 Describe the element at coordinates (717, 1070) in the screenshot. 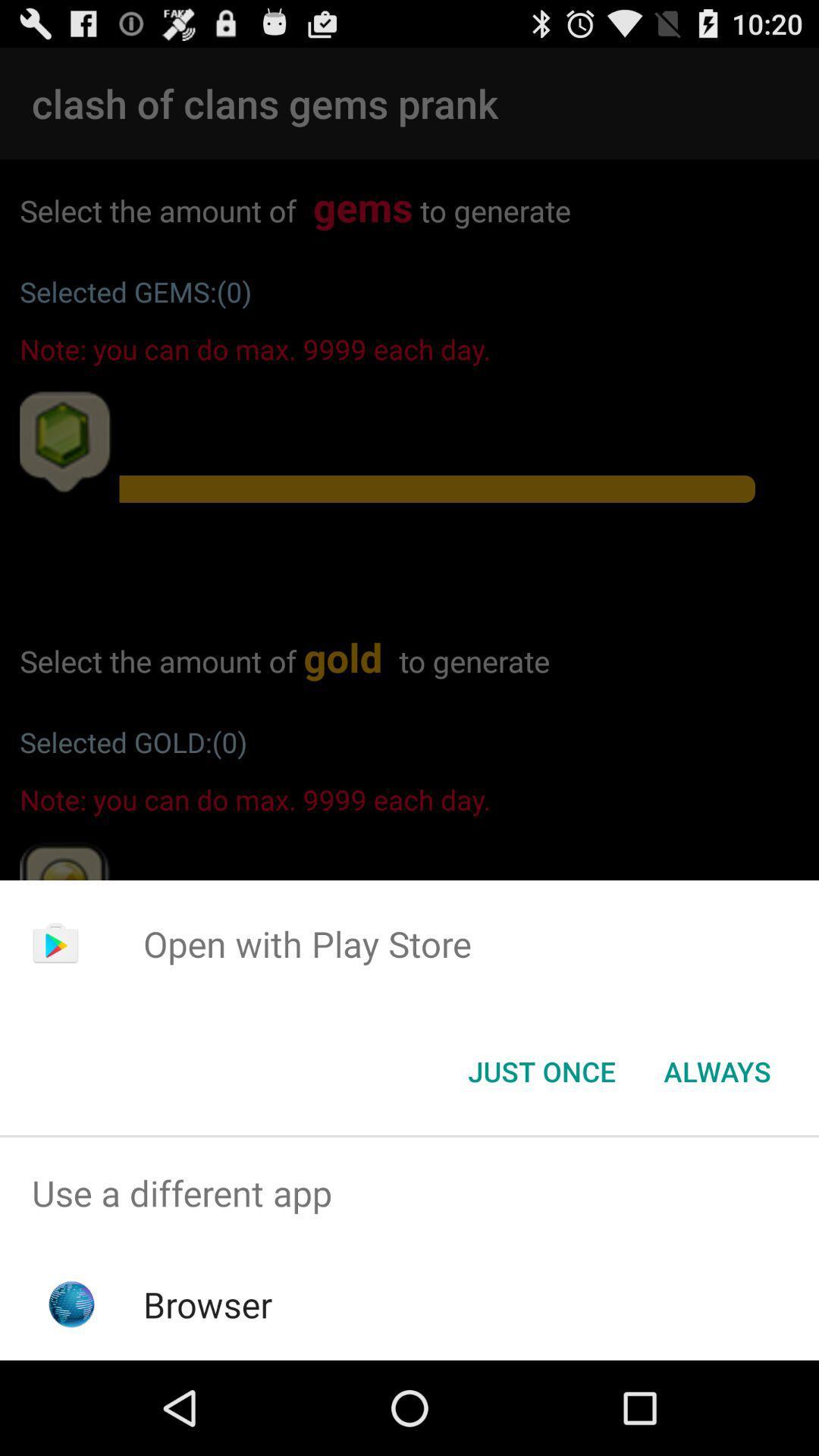

I see `item to the right of just once button` at that location.